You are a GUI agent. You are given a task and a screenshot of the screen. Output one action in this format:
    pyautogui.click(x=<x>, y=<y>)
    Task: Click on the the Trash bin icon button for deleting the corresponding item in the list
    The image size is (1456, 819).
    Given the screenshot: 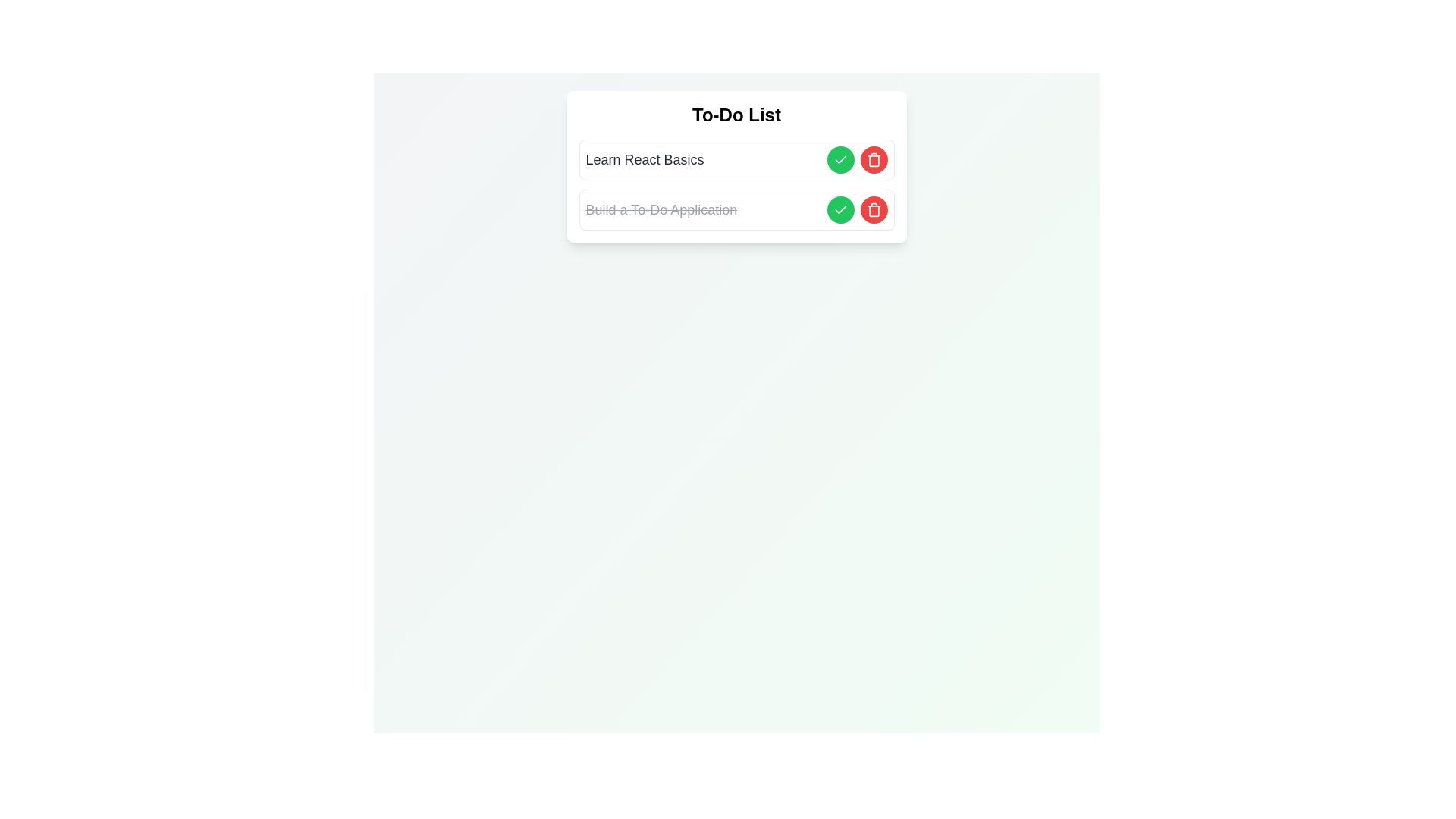 What is the action you would take?
    pyautogui.click(x=874, y=210)
    